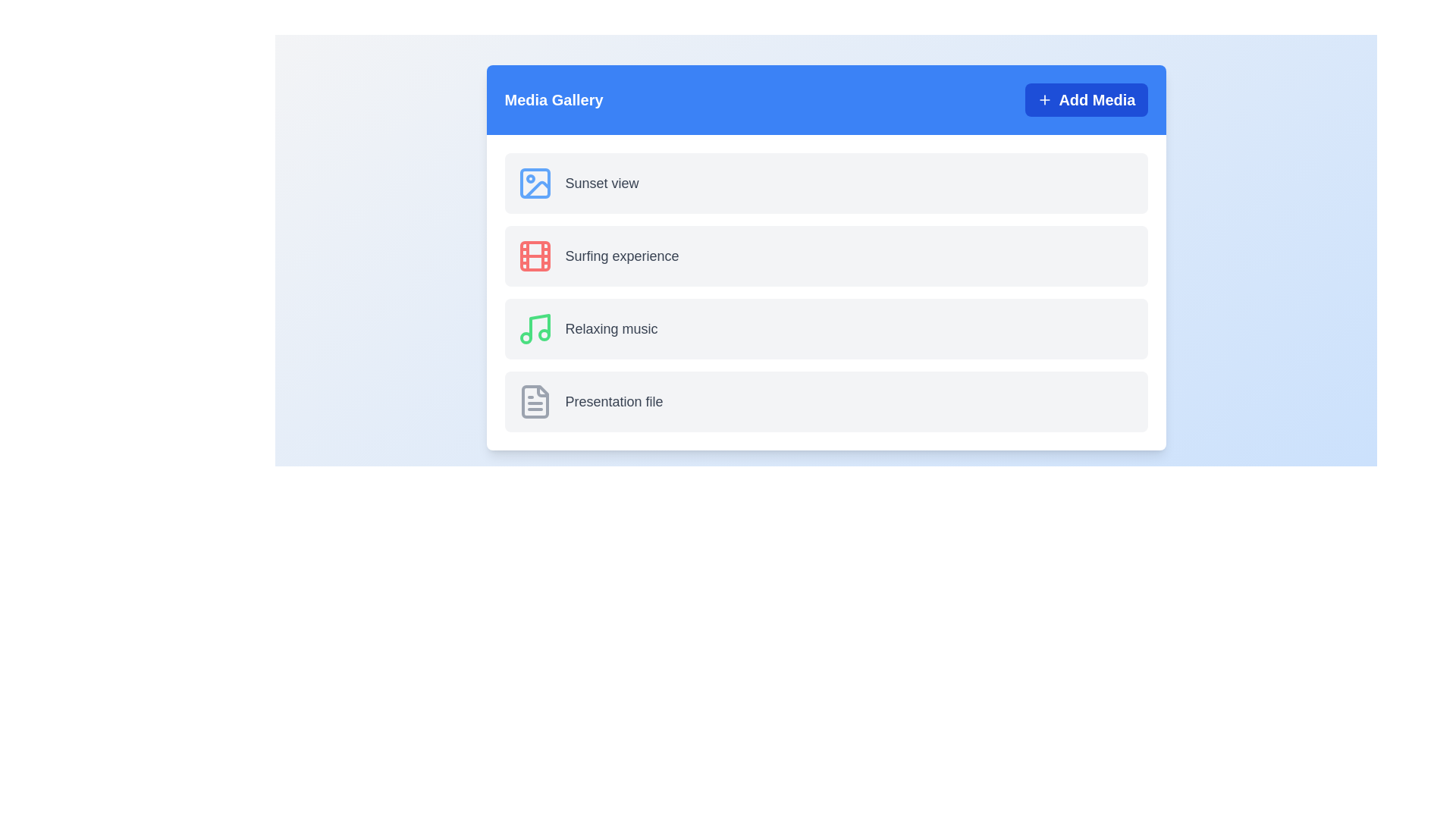  I want to click on the plus icon located within the 'Add Media' button at the top-right corner of the interface, so click(1044, 99).